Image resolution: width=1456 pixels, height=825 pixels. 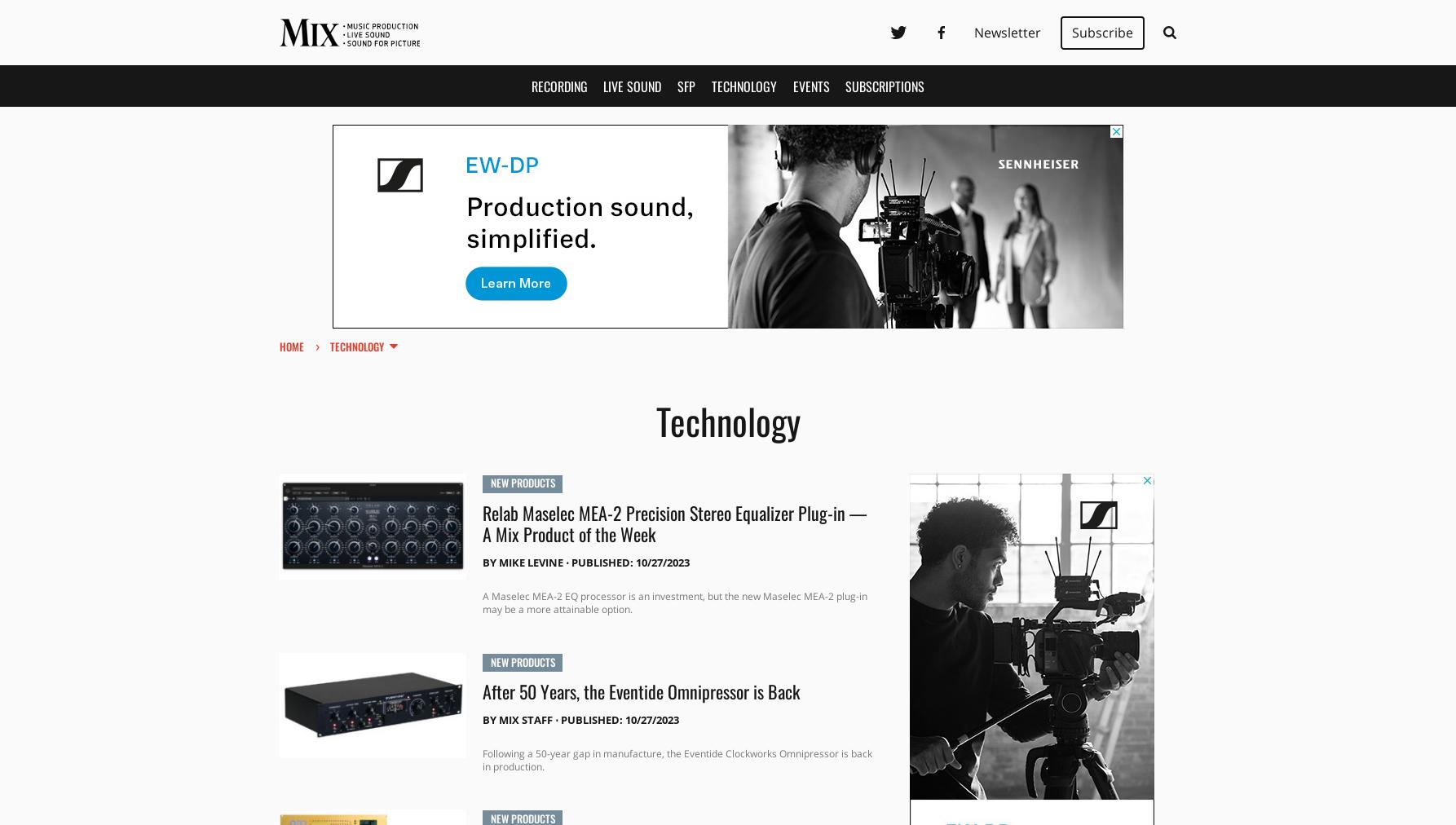 I want to click on 'After 50 Years, the Eventide Omnipressor is Back', so click(x=639, y=690).